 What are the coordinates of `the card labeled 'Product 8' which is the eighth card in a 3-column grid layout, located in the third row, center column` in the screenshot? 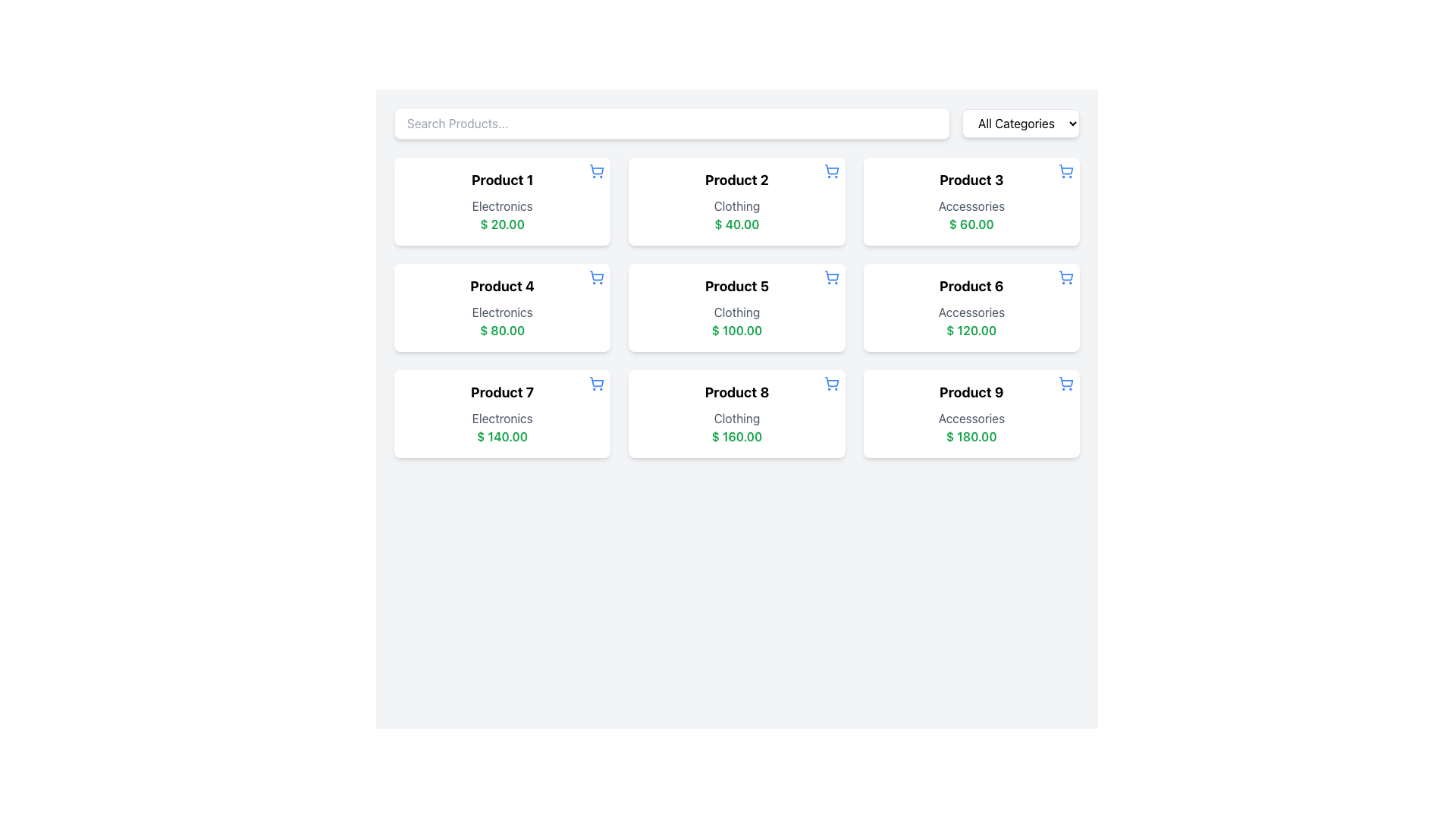 It's located at (736, 414).